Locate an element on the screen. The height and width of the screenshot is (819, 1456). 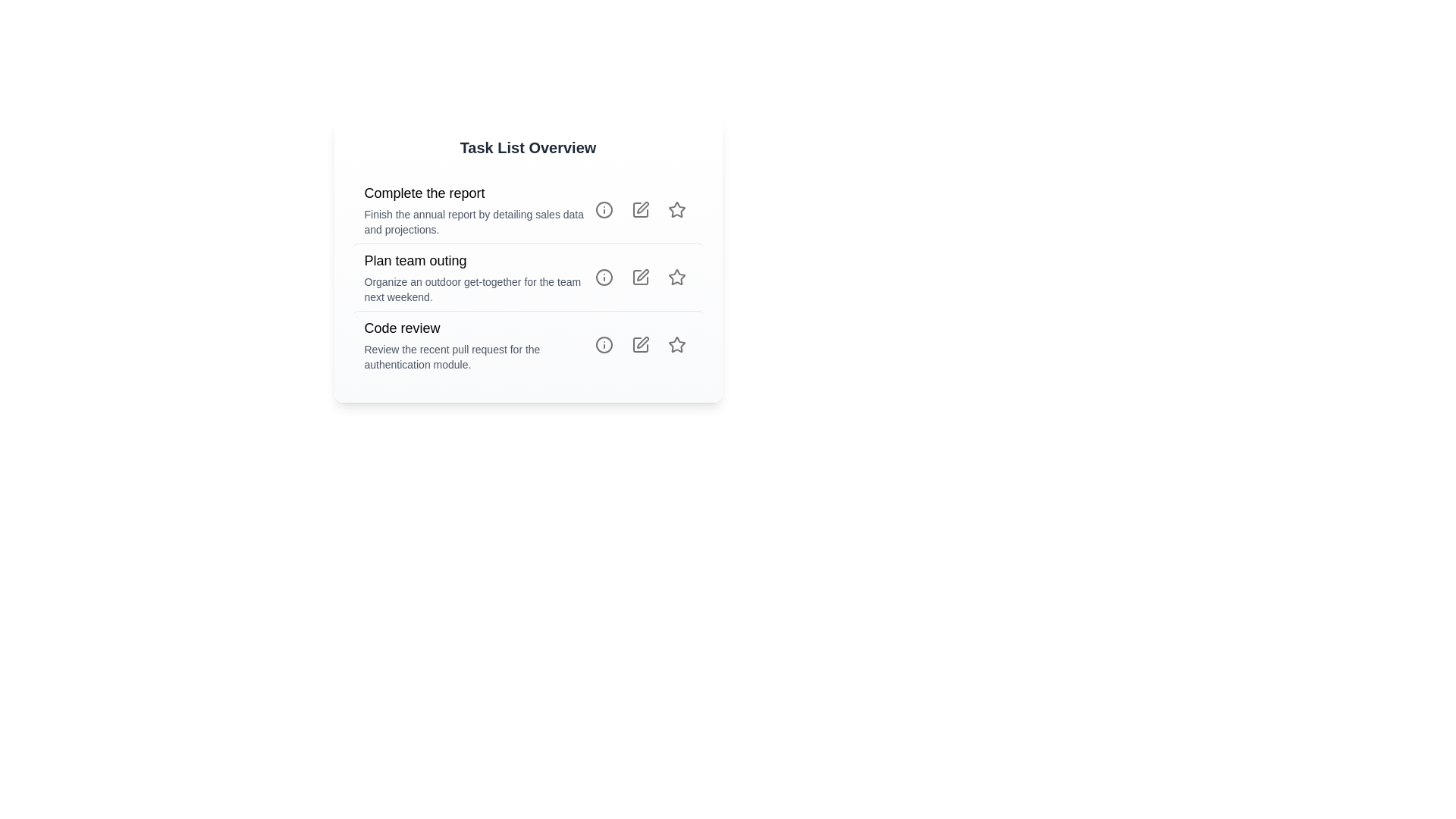
the text description located directly below the header 'Complete the report', which provides detailed instructions related to the task is located at coordinates (475, 222).